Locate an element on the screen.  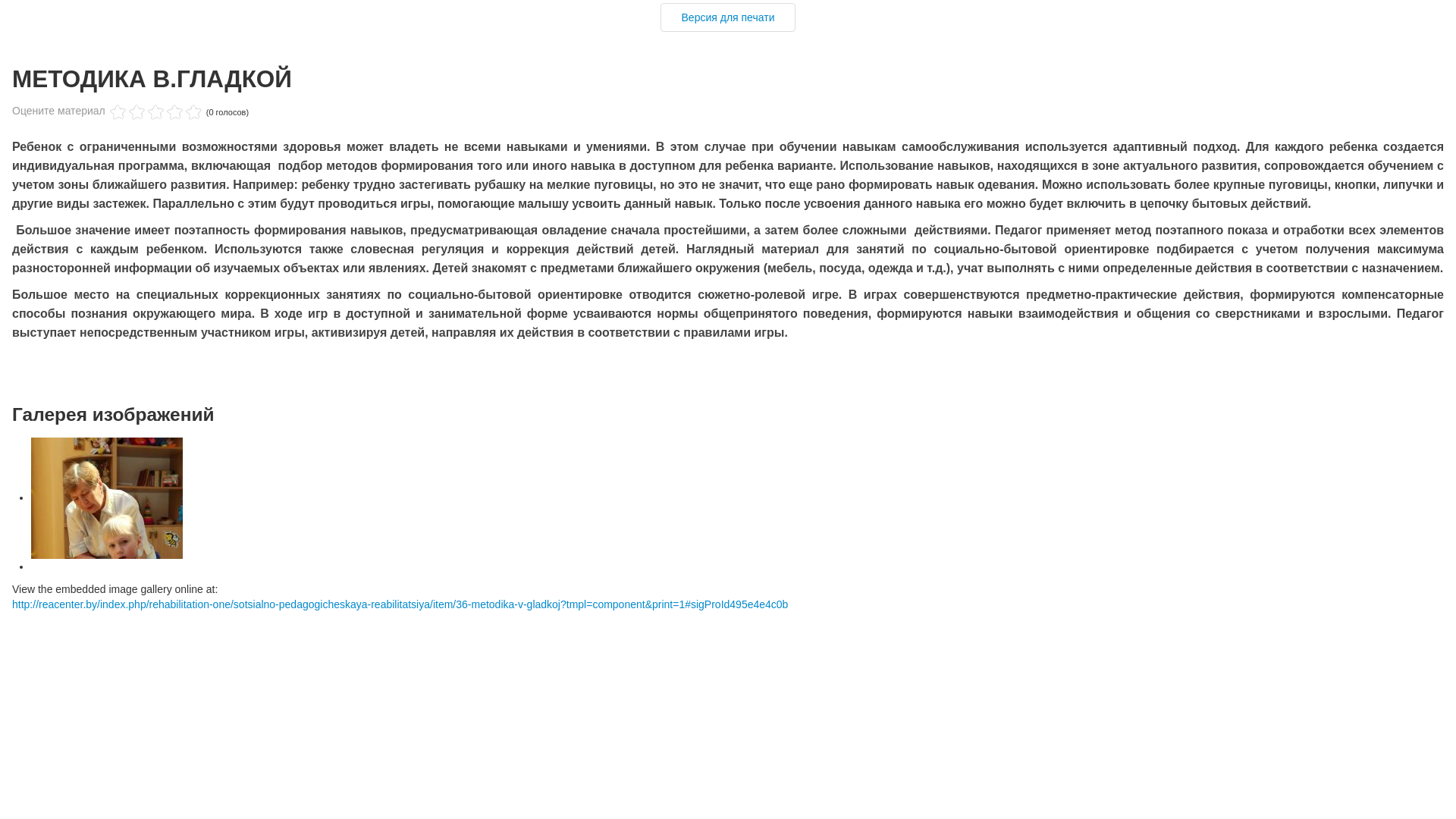
'2' is located at coordinates (127, 111).